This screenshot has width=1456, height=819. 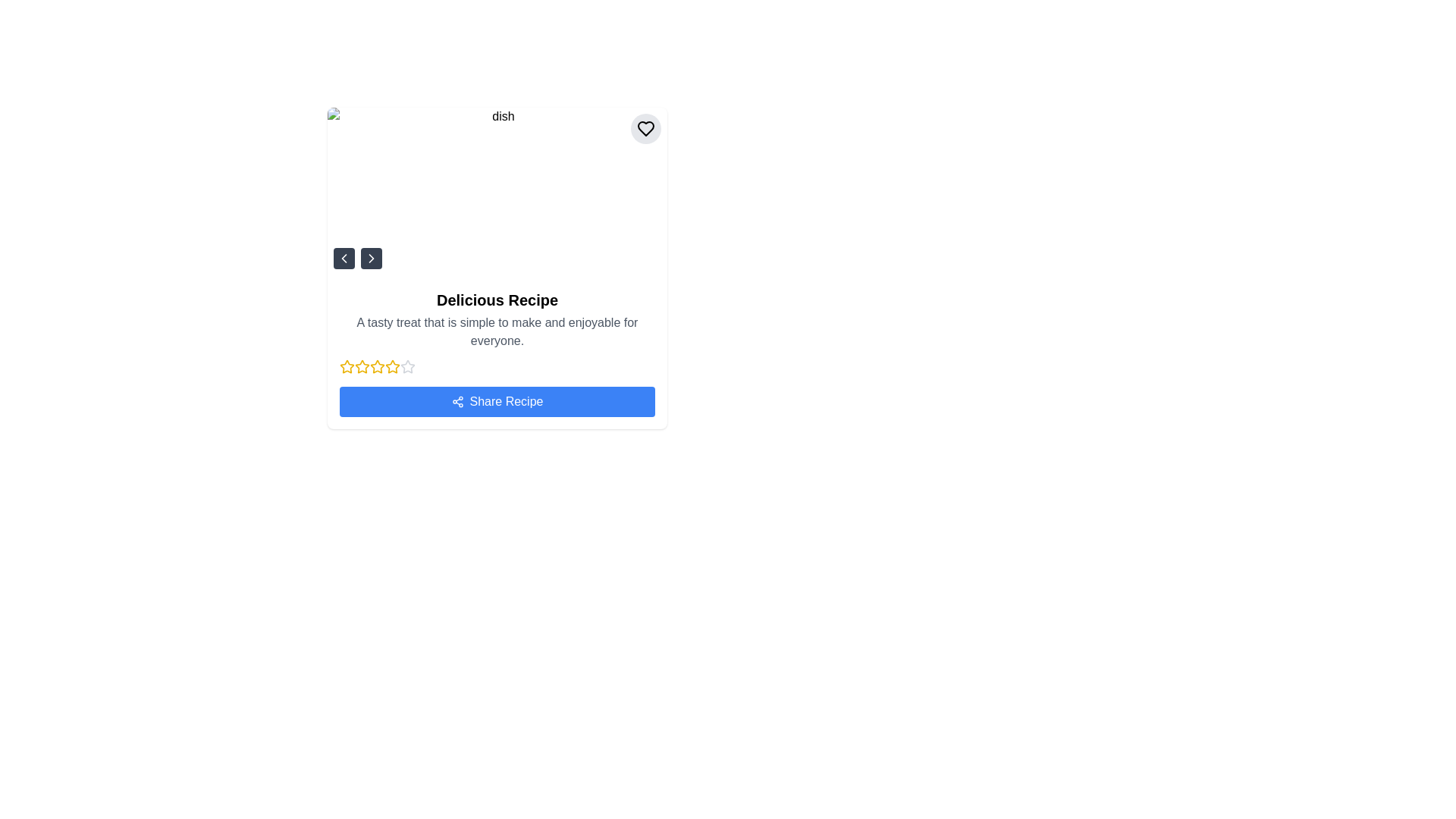 What do you see at coordinates (645, 127) in the screenshot?
I see `the decorative heart icon in the top-right corner of the card interface, which represents a 'like' or 'favorite' function` at bounding box center [645, 127].